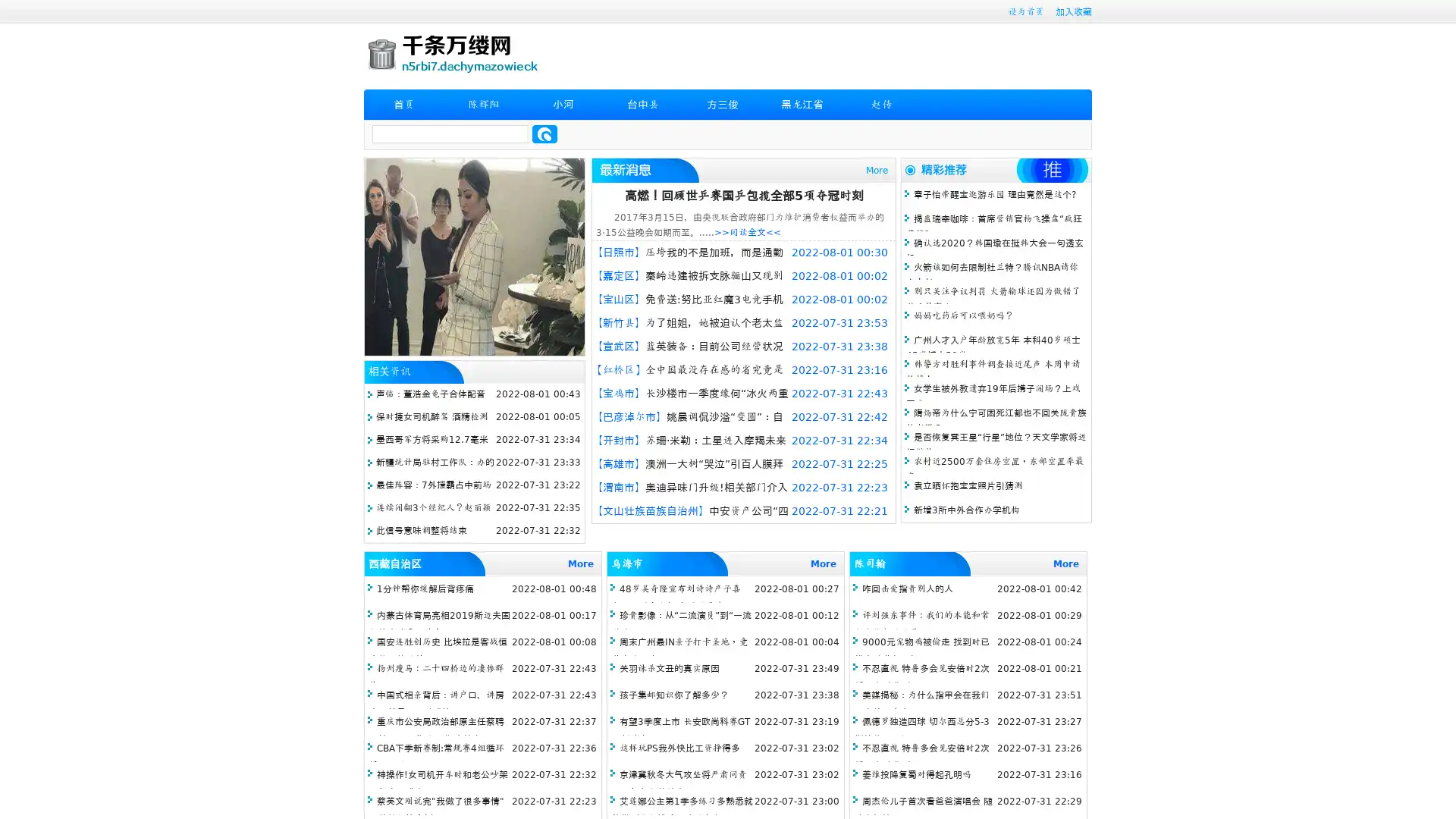 Image resolution: width=1456 pixels, height=819 pixels. Describe the element at coordinates (544, 133) in the screenshot. I see `Search` at that location.